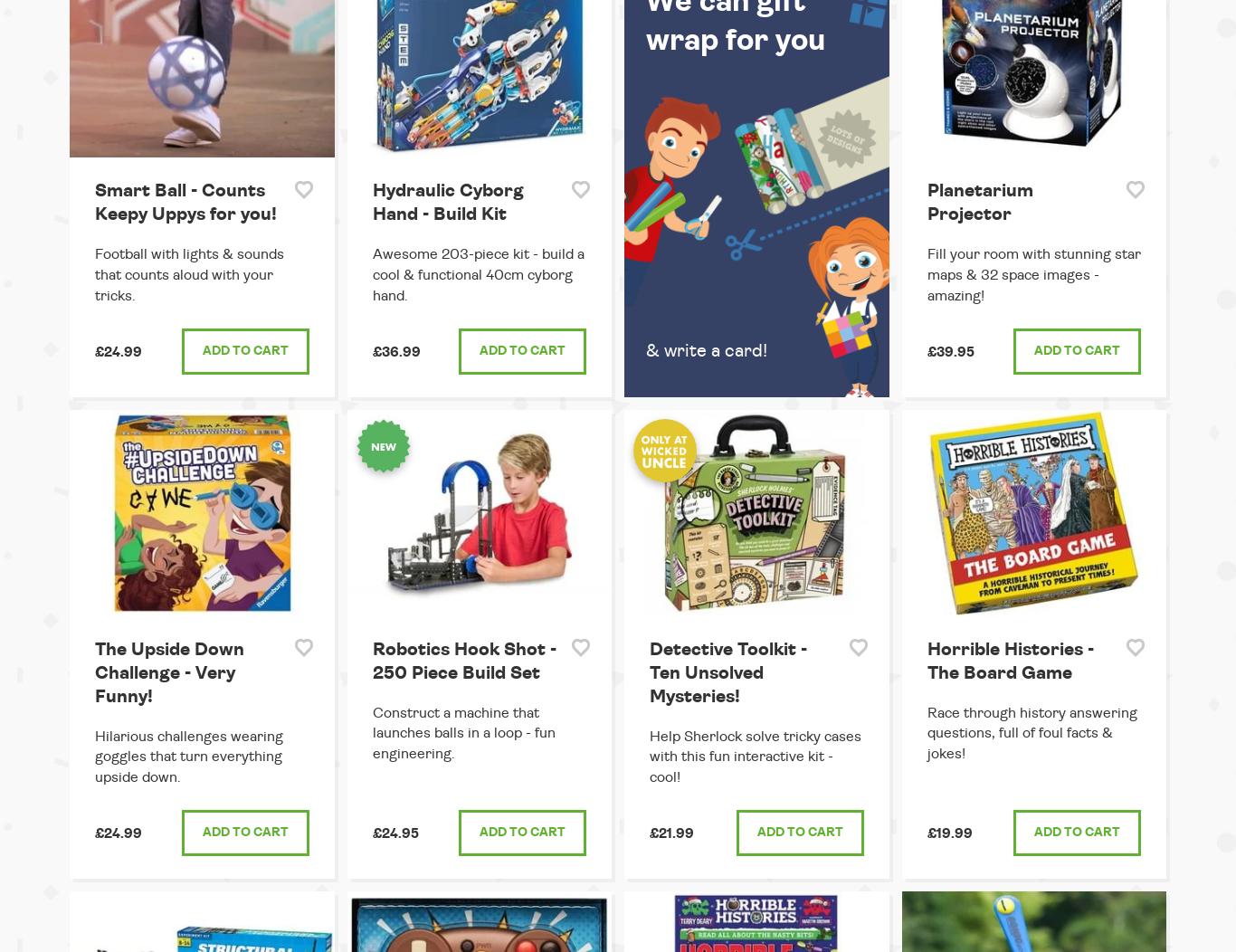 The height and width of the screenshot is (952, 1236). Describe the element at coordinates (1009, 660) in the screenshot. I see `'Horrible Histories - The Board Game'` at that location.